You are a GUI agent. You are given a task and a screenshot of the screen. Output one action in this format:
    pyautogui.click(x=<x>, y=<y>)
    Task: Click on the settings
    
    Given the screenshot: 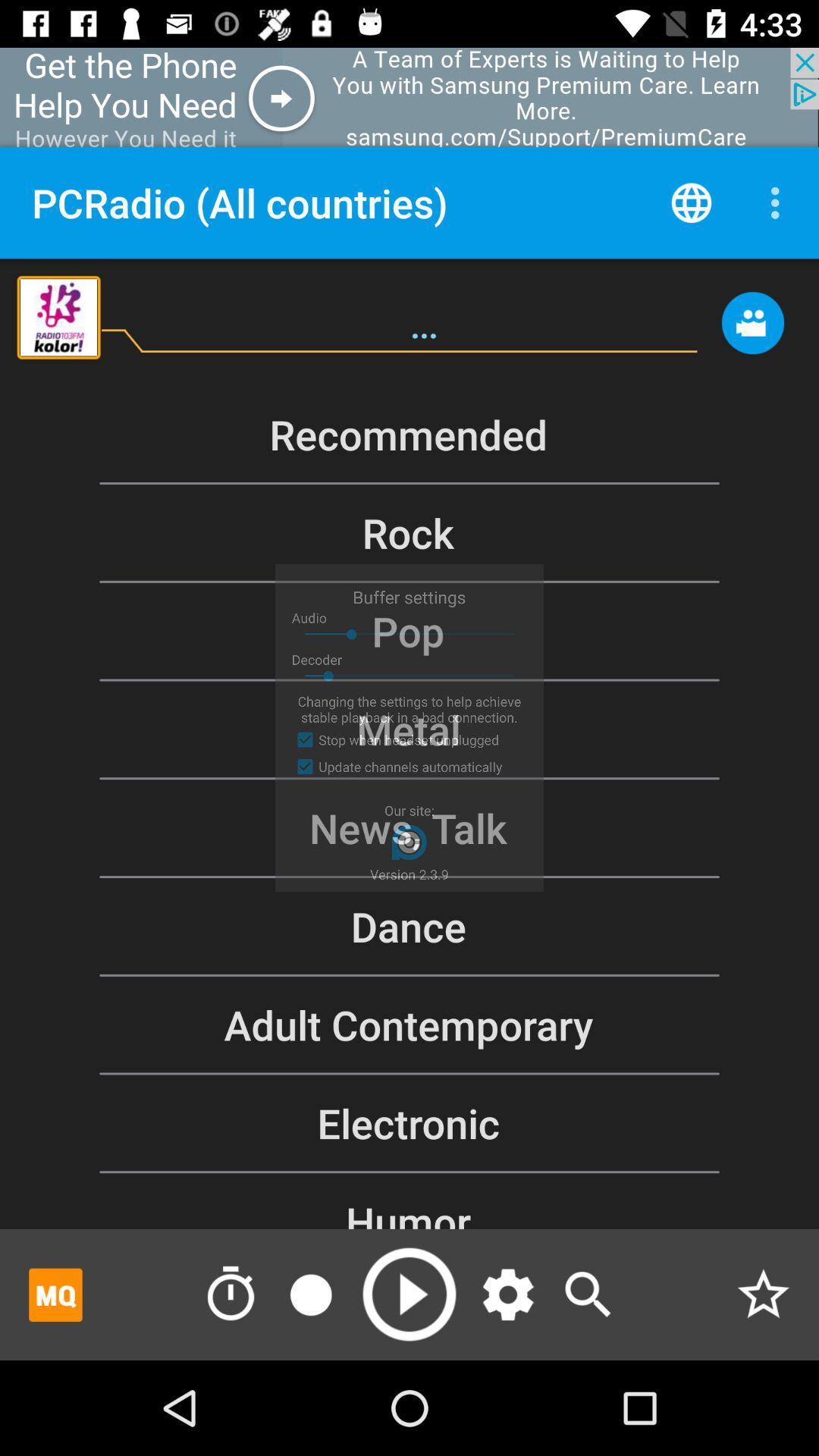 What is the action you would take?
    pyautogui.click(x=508, y=1294)
    